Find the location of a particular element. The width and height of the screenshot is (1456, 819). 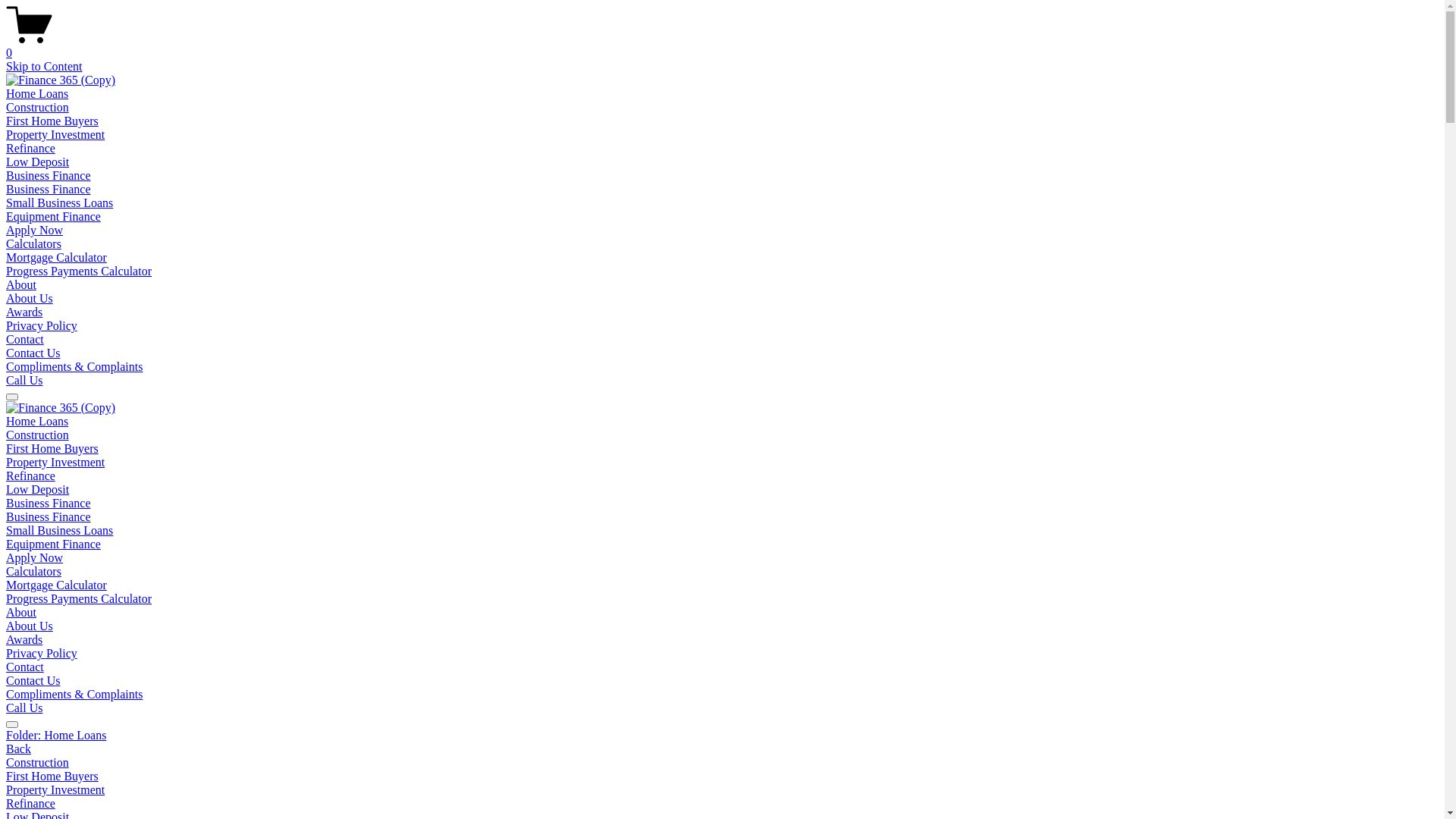

'Back' is located at coordinates (6, 748).